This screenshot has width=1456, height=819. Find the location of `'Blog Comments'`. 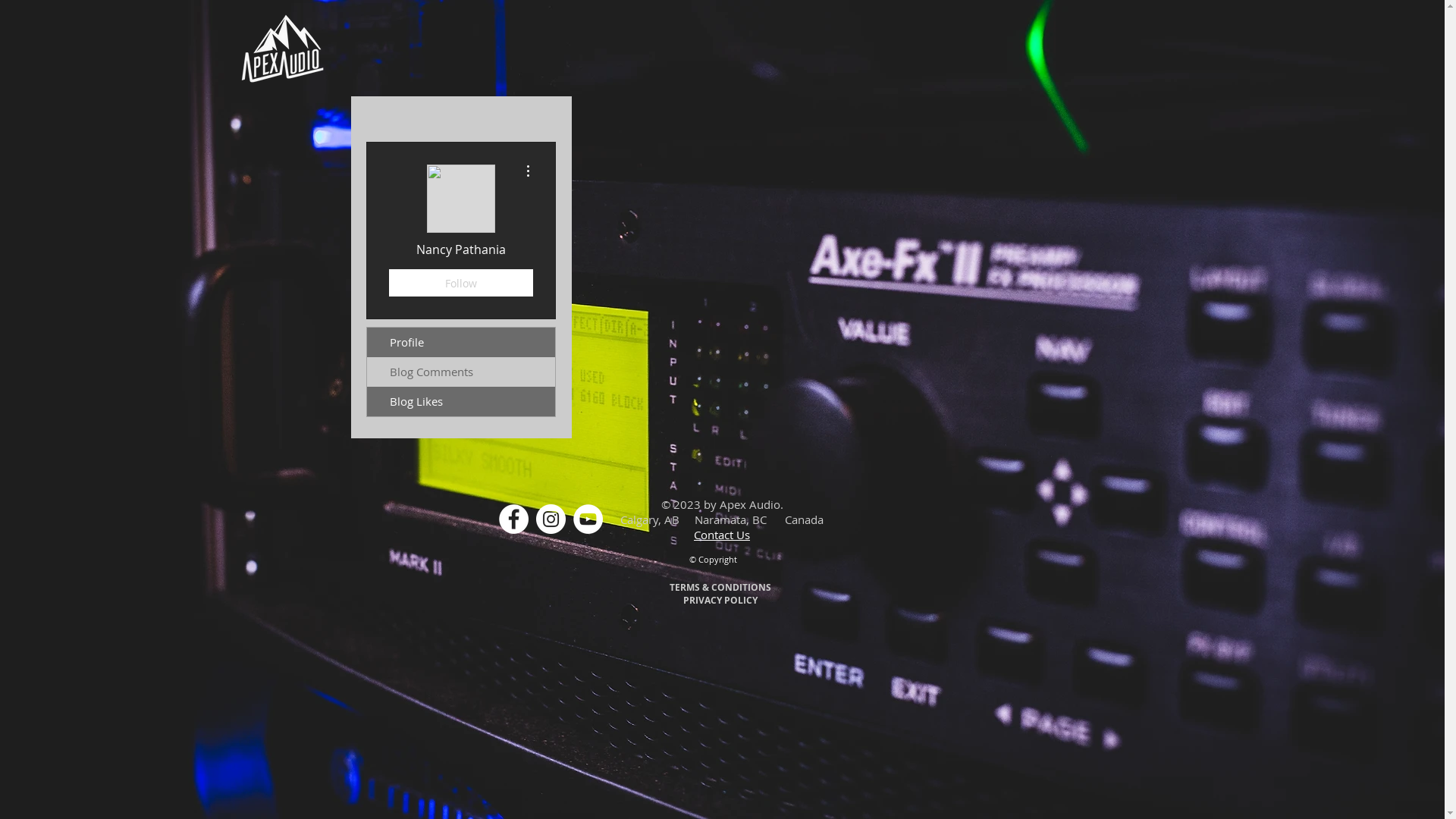

'Blog Comments' is located at coordinates (460, 372).